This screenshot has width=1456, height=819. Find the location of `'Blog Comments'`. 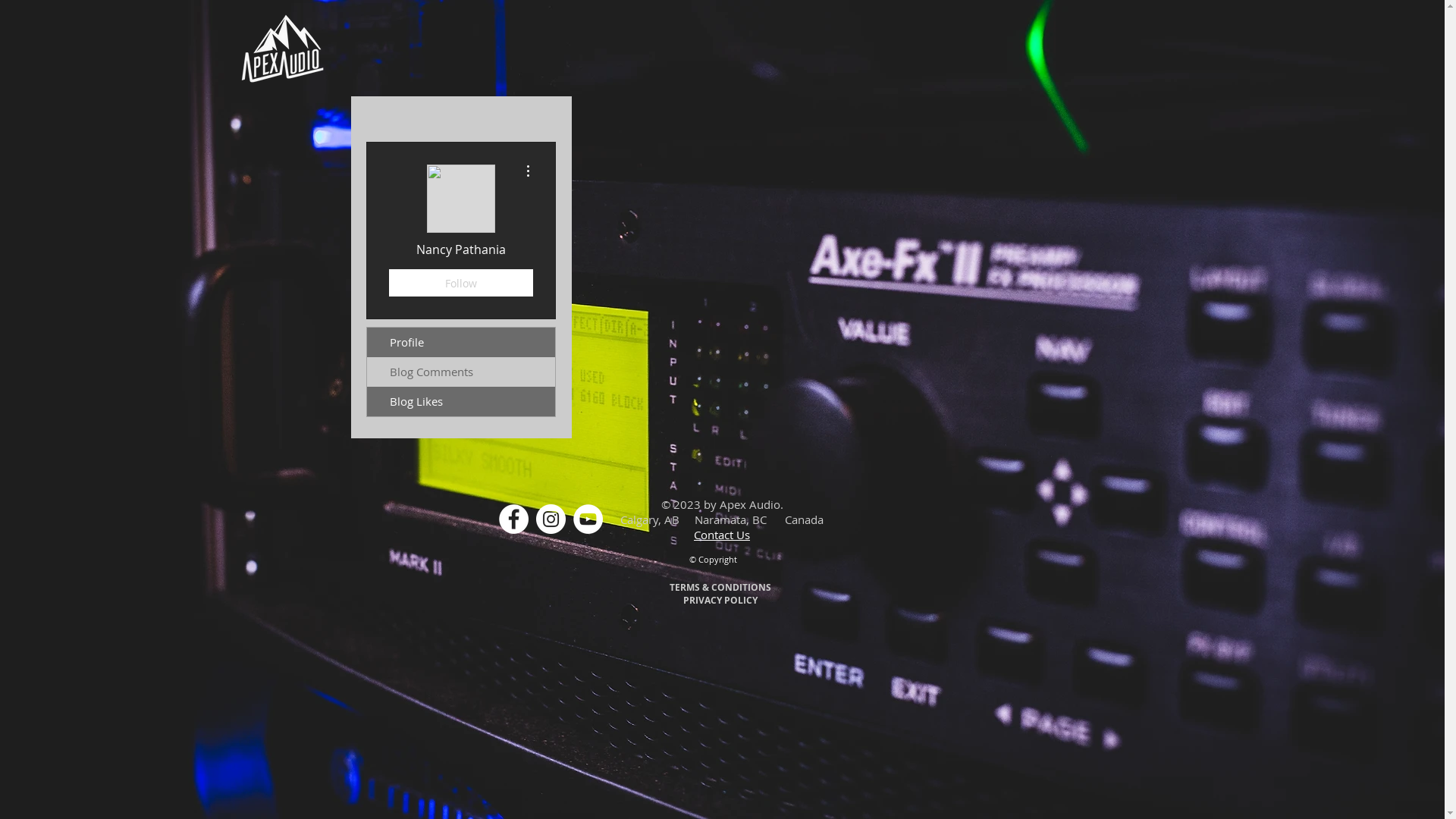

'Blog Comments' is located at coordinates (460, 372).